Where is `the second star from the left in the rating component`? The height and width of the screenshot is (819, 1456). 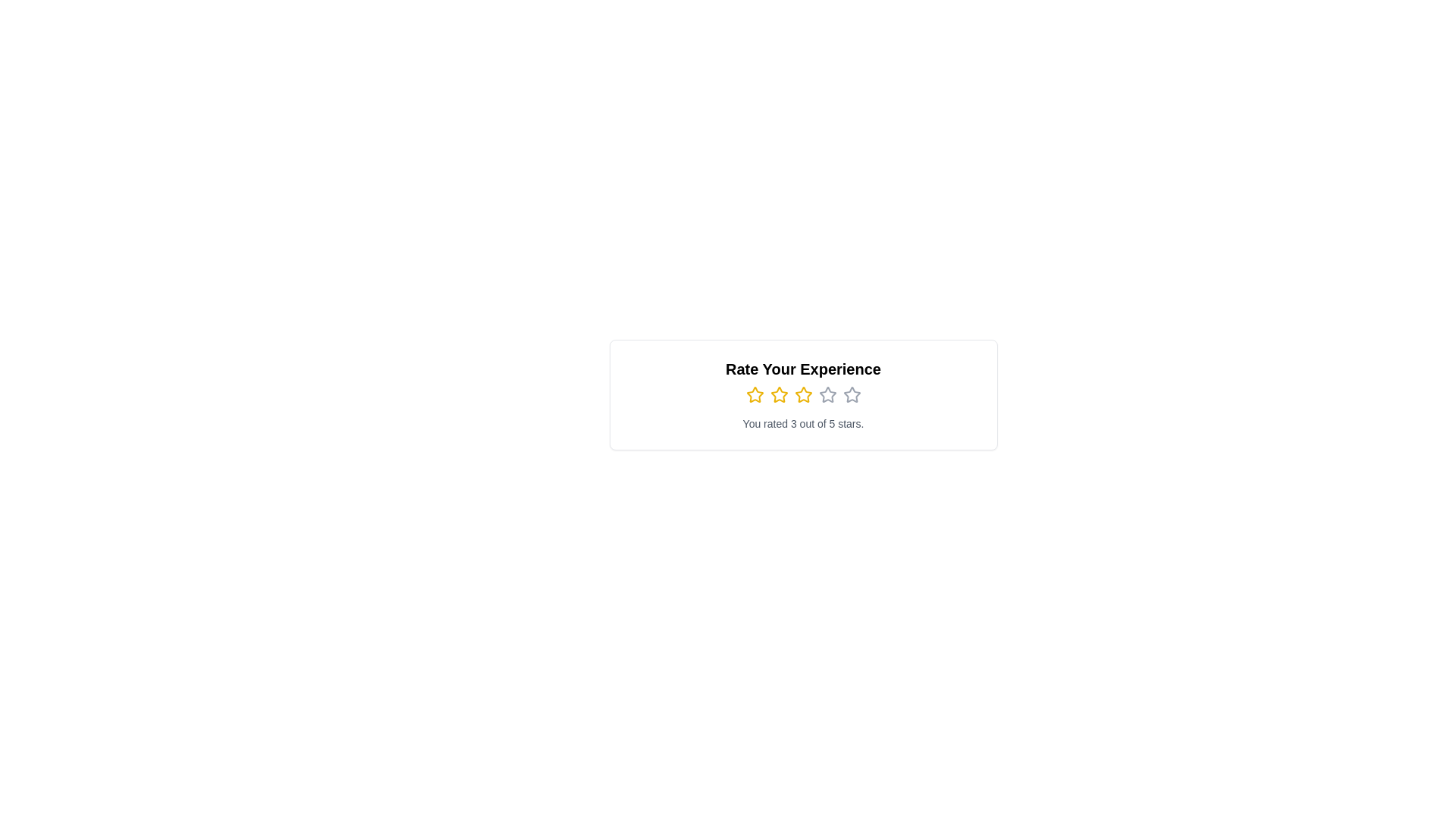 the second star from the left in the rating component is located at coordinates (779, 394).